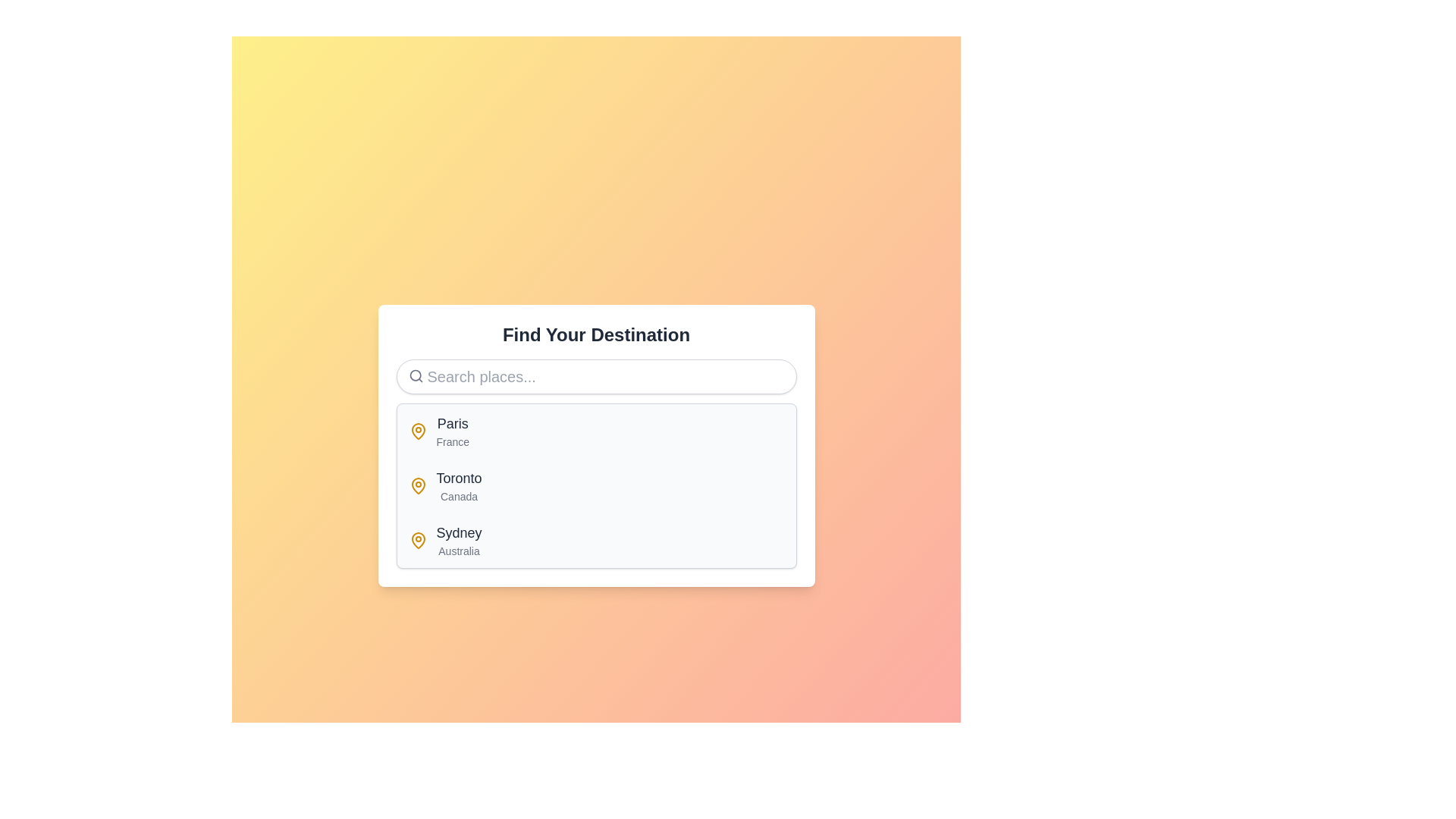 This screenshot has width=1456, height=819. I want to click on the inner circle of the magnifying glass icon located near the top left of the search bar, so click(415, 375).